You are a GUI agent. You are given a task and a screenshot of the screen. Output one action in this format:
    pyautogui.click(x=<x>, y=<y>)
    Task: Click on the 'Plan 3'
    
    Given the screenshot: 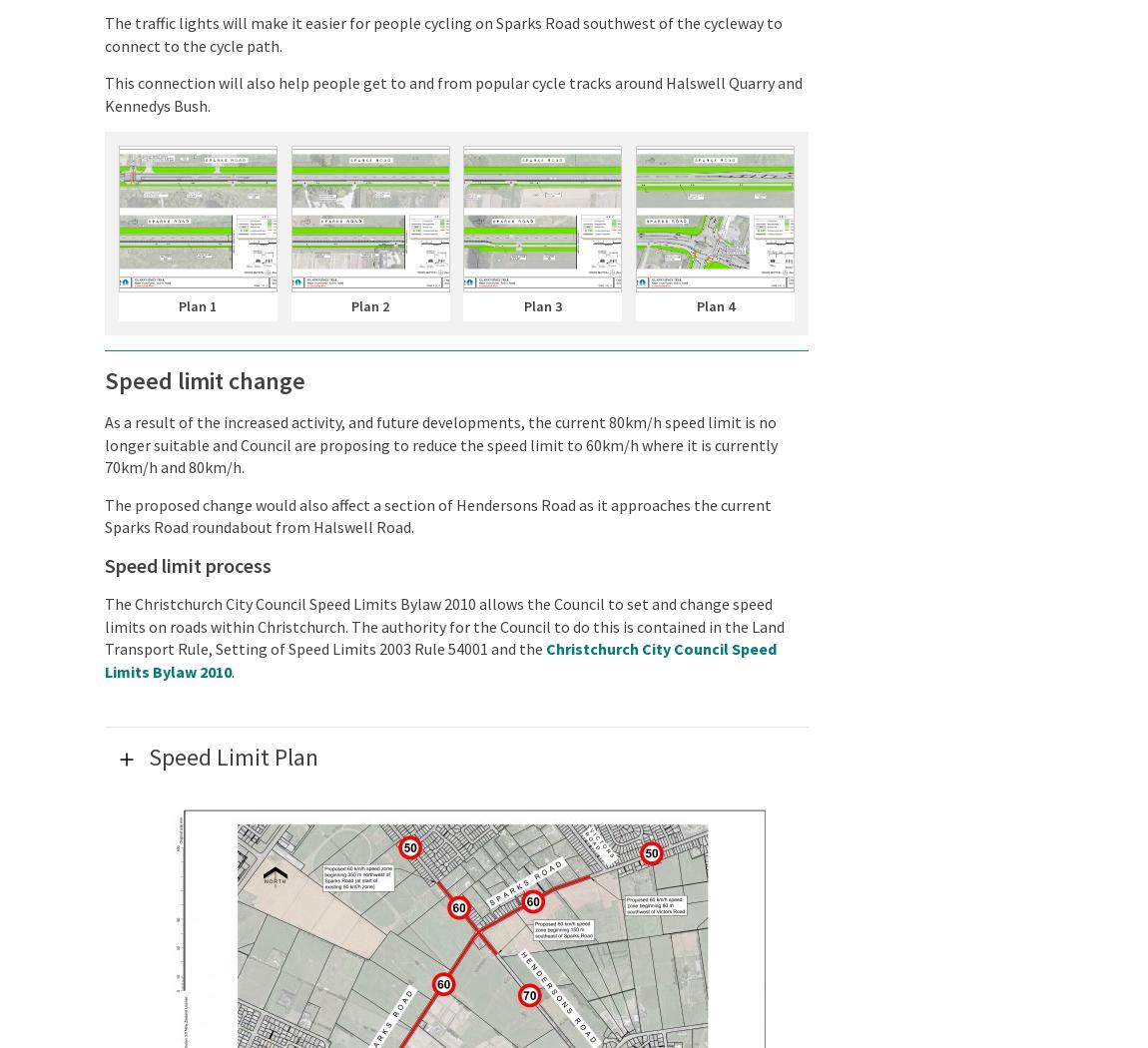 What is the action you would take?
    pyautogui.click(x=542, y=304)
    